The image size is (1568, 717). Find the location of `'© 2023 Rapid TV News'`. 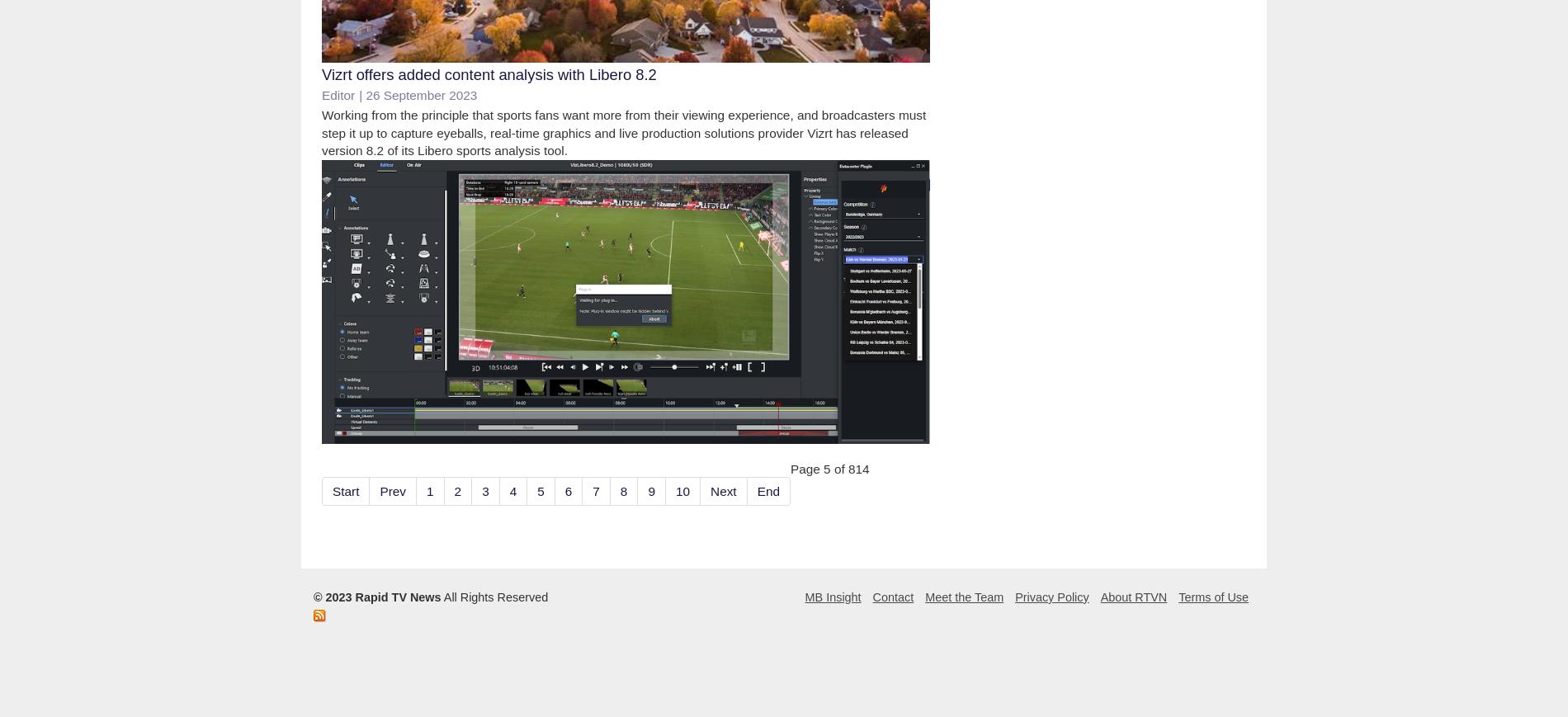

'© 2023 Rapid TV News' is located at coordinates (313, 597).